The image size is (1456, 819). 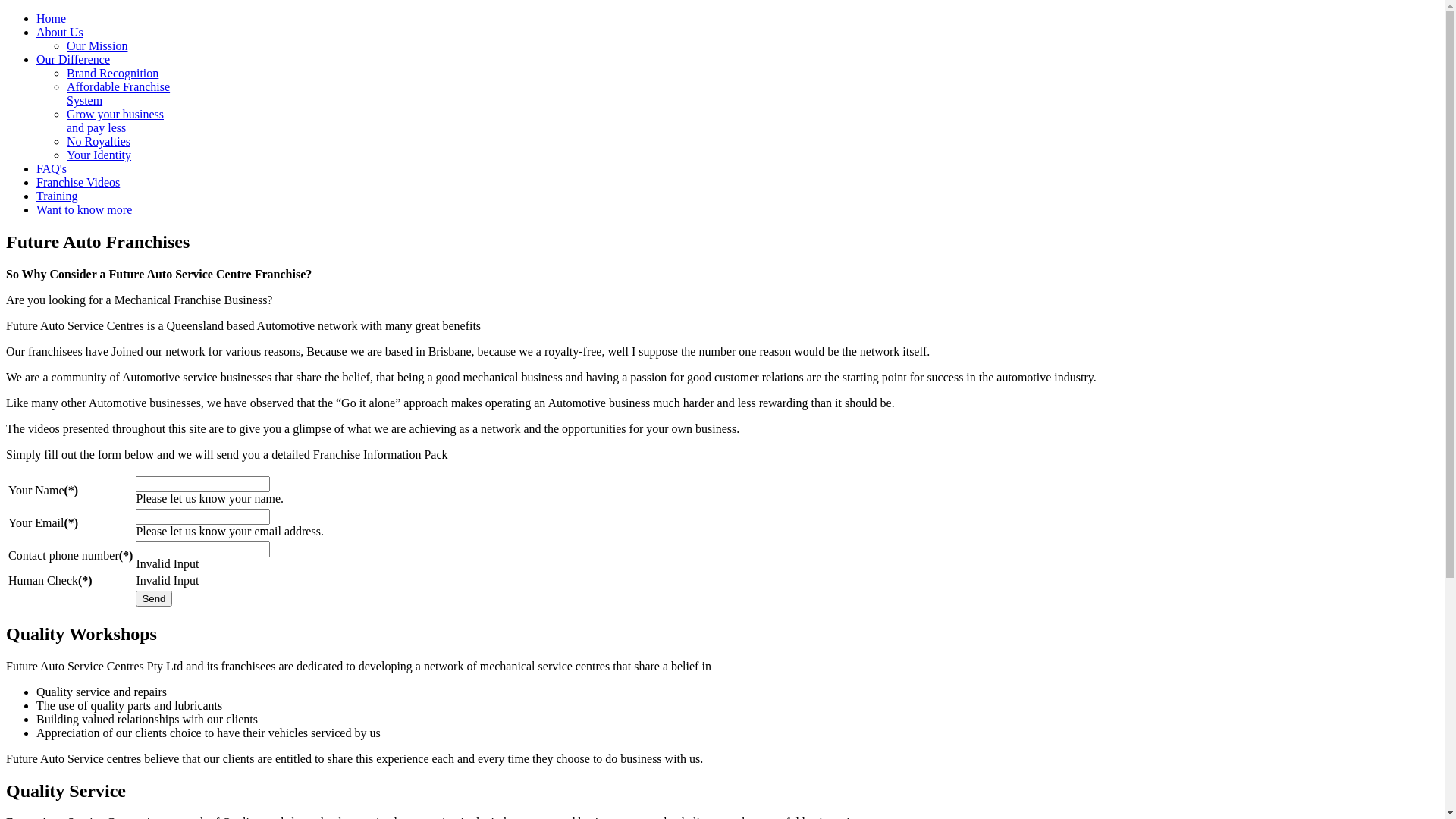 What do you see at coordinates (65, 155) in the screenshot?
I see `'Your Identity'` at bounding box center [65, 155].